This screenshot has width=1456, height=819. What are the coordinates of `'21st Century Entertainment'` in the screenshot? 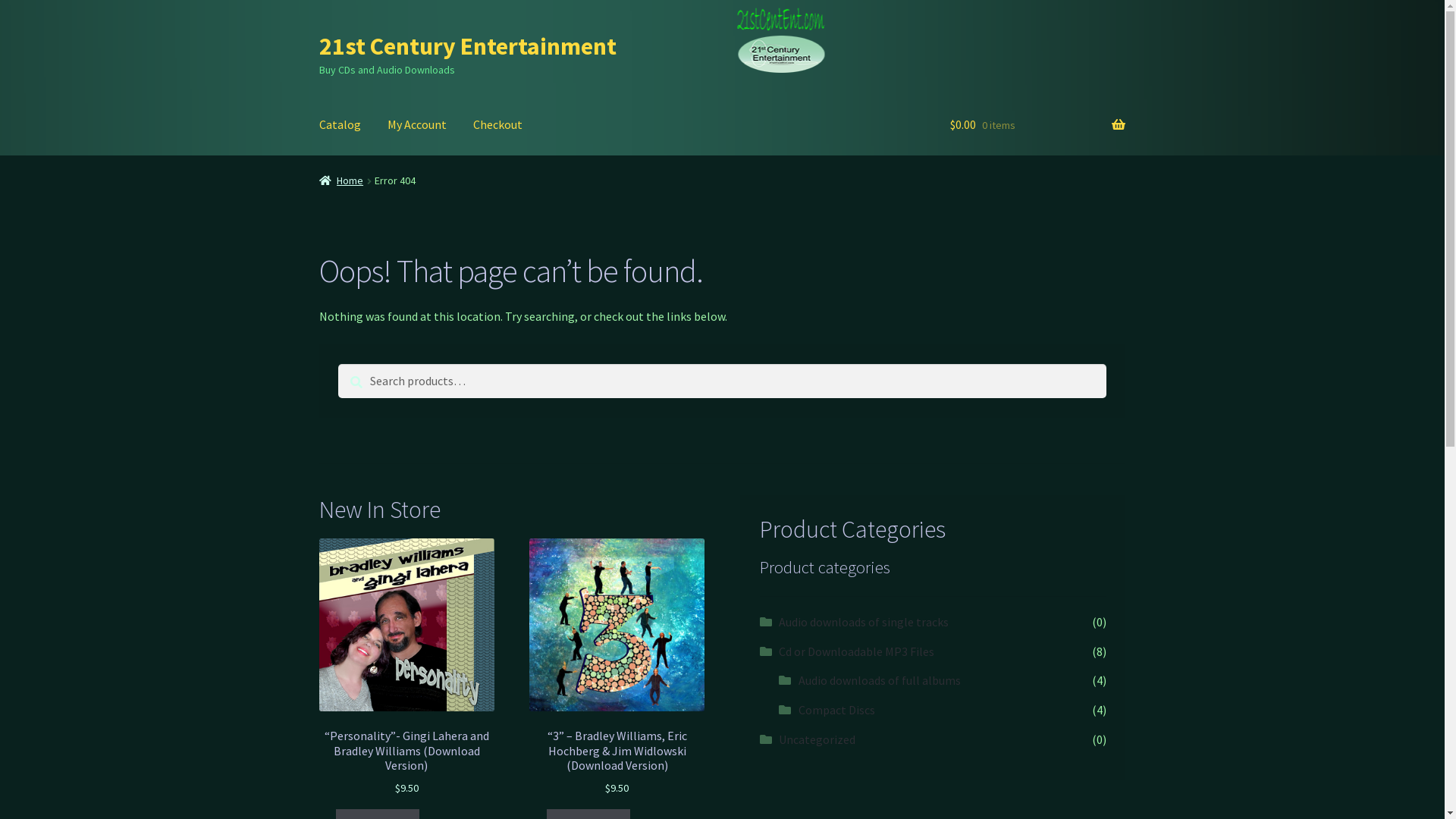 It's located at (467, 45).